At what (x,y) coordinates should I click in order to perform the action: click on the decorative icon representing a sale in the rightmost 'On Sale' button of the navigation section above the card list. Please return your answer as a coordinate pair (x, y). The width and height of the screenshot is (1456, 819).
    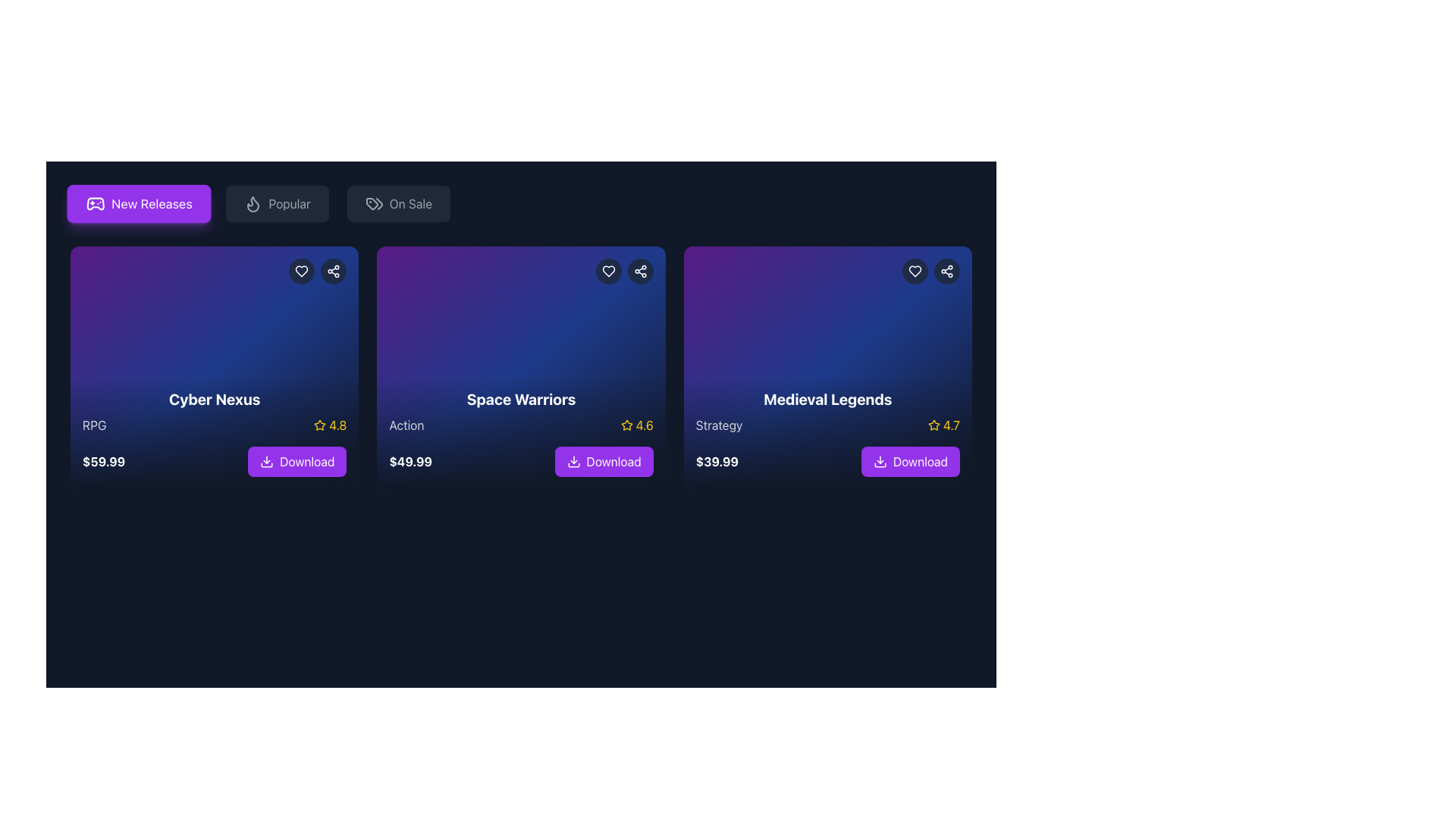
    Looking at the image, I should click on (379, 203).